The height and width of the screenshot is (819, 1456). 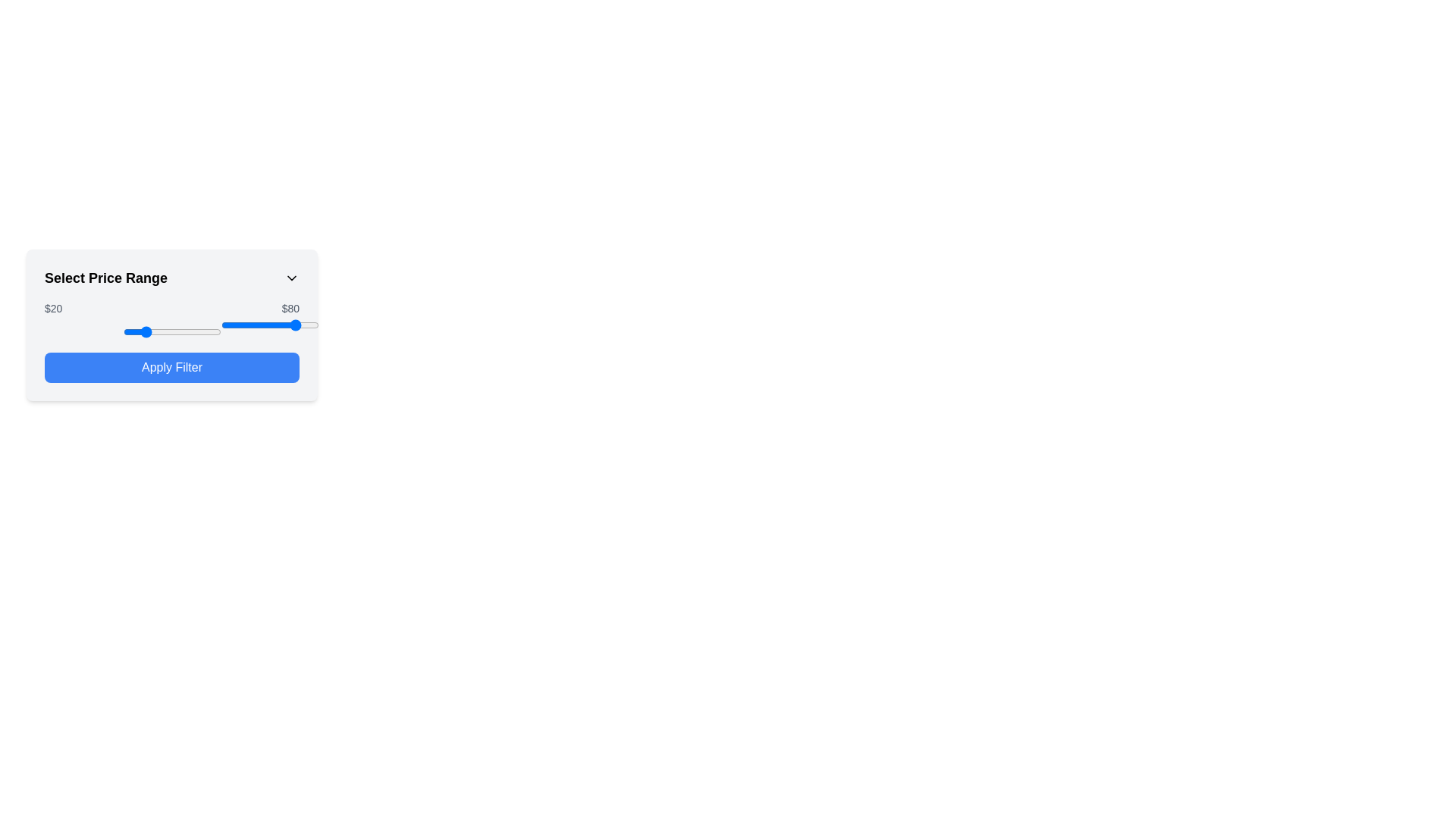 I want to click on the slider value, so click(x=170, y=331).